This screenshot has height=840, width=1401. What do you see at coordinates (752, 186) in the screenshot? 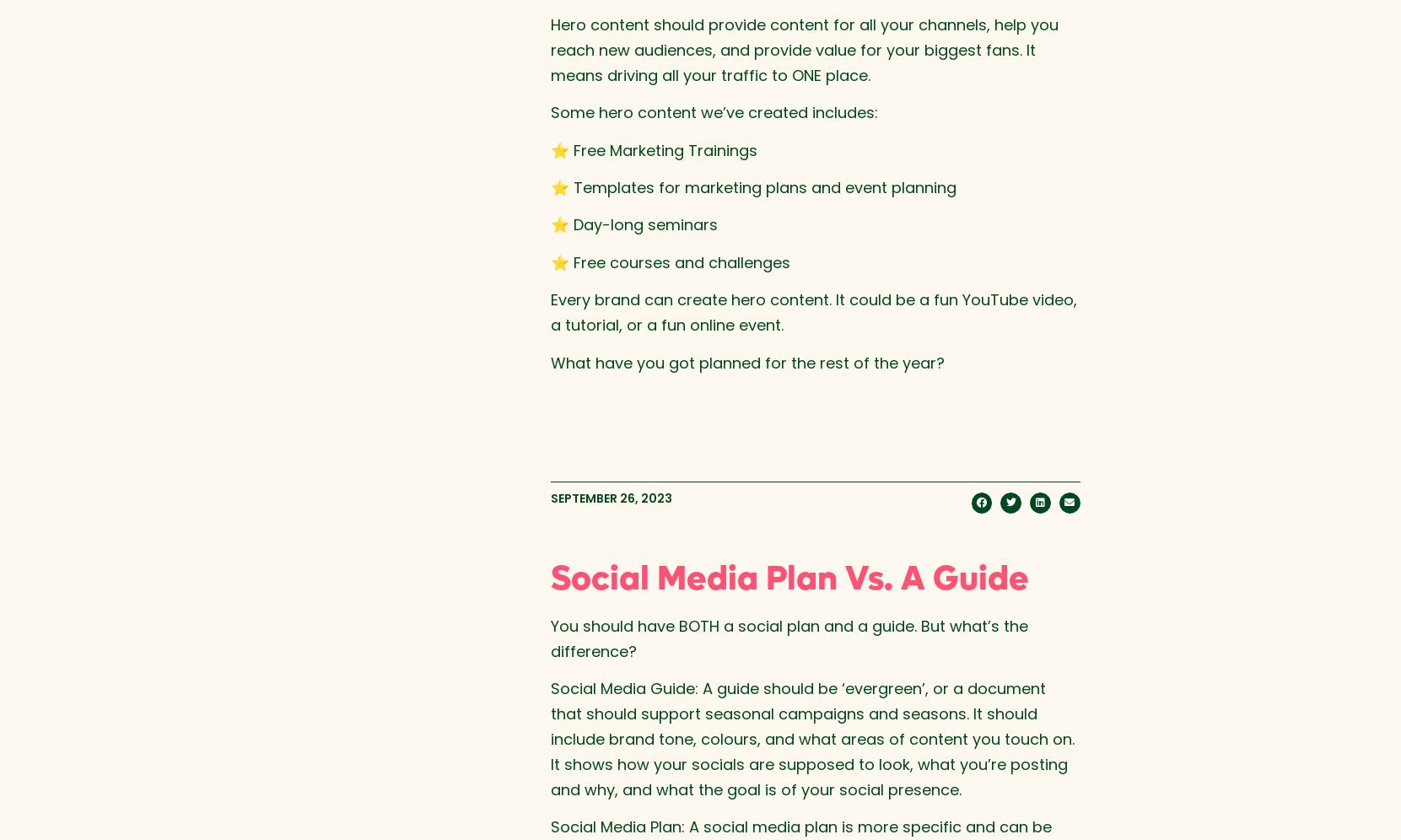
I see `'⭐️ Templates for marketing plans and event planning⁠'` at bounding box center [752, 186].